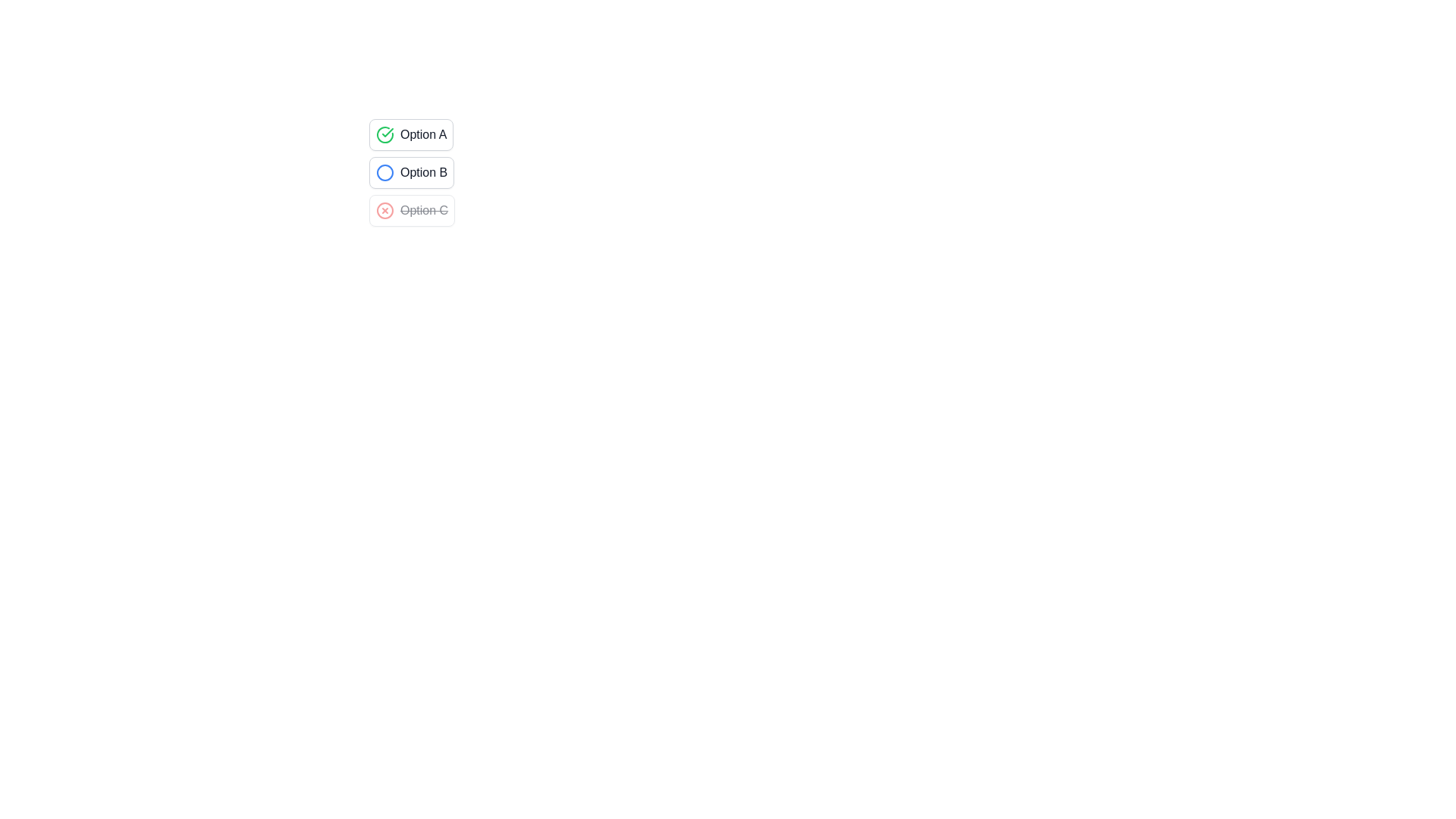 This screenshot has width=1456, height=819. What do you see at coordinates (424, 171) in the screenshot?
I see `the radio button associated with 'Option B'` at bounding box center [424, 171].